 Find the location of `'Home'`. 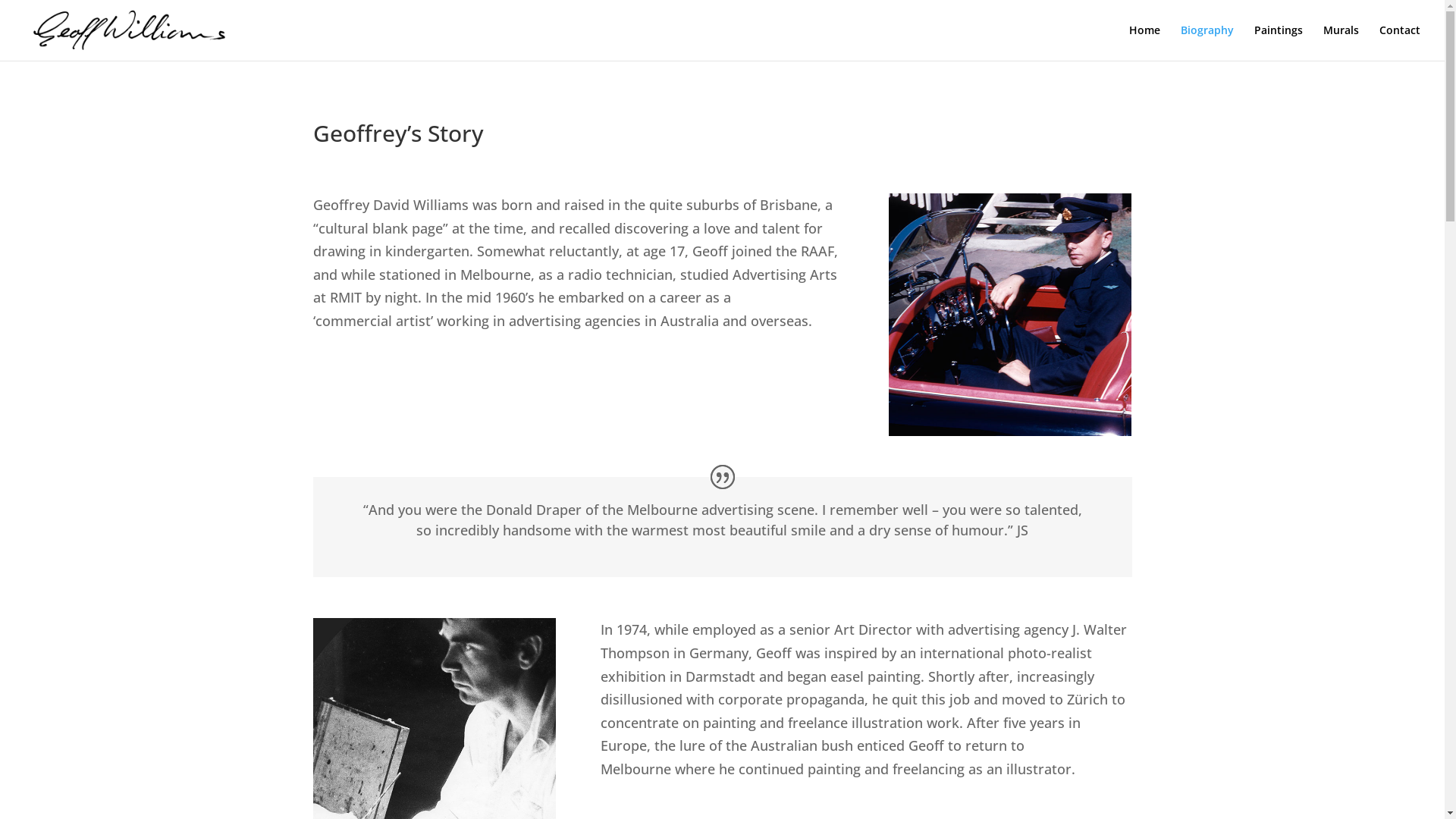

'Home' is located at coordinates (1128, 42).